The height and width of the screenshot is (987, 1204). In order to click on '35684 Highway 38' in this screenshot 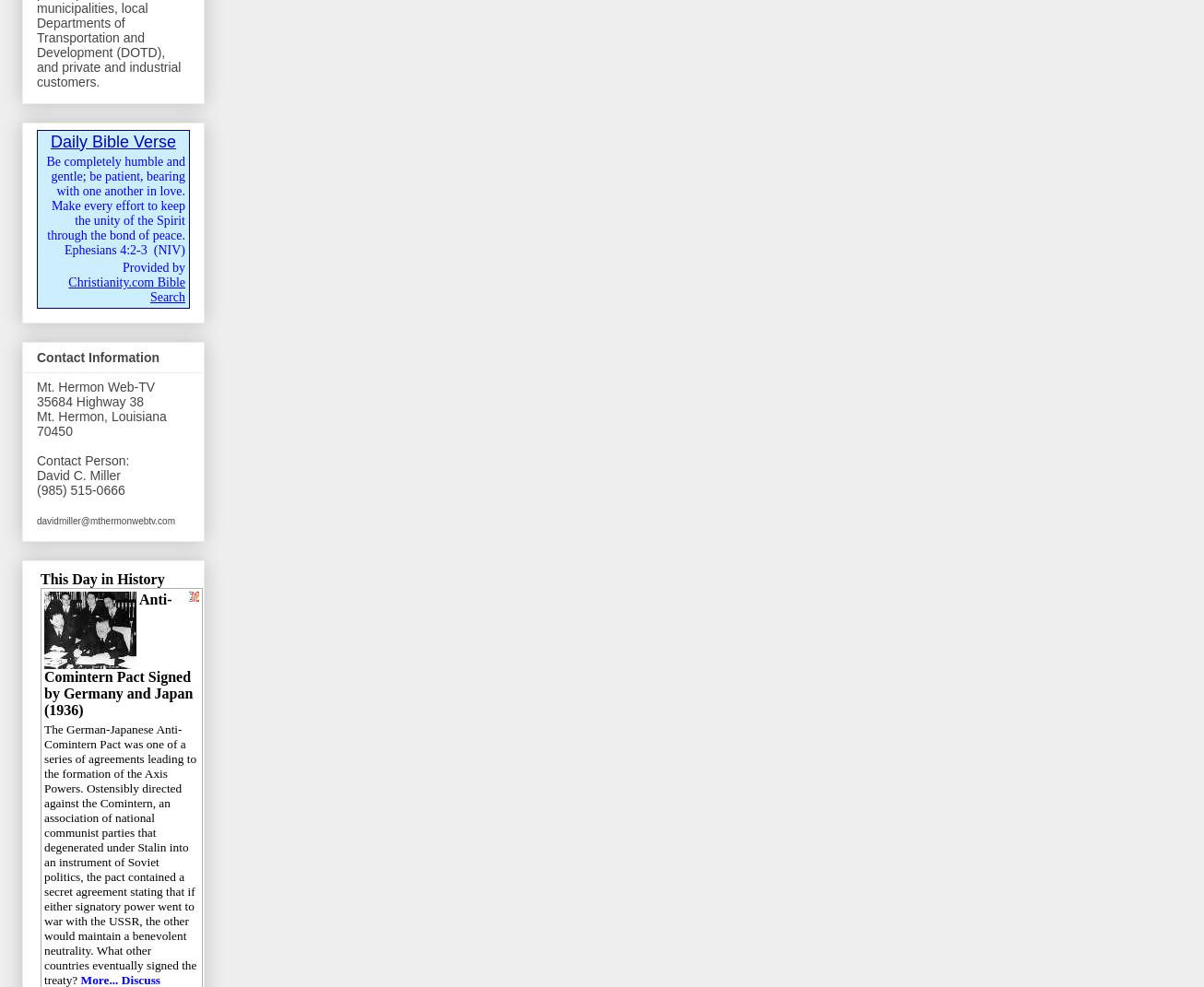, I will do `click(36, 402)`.